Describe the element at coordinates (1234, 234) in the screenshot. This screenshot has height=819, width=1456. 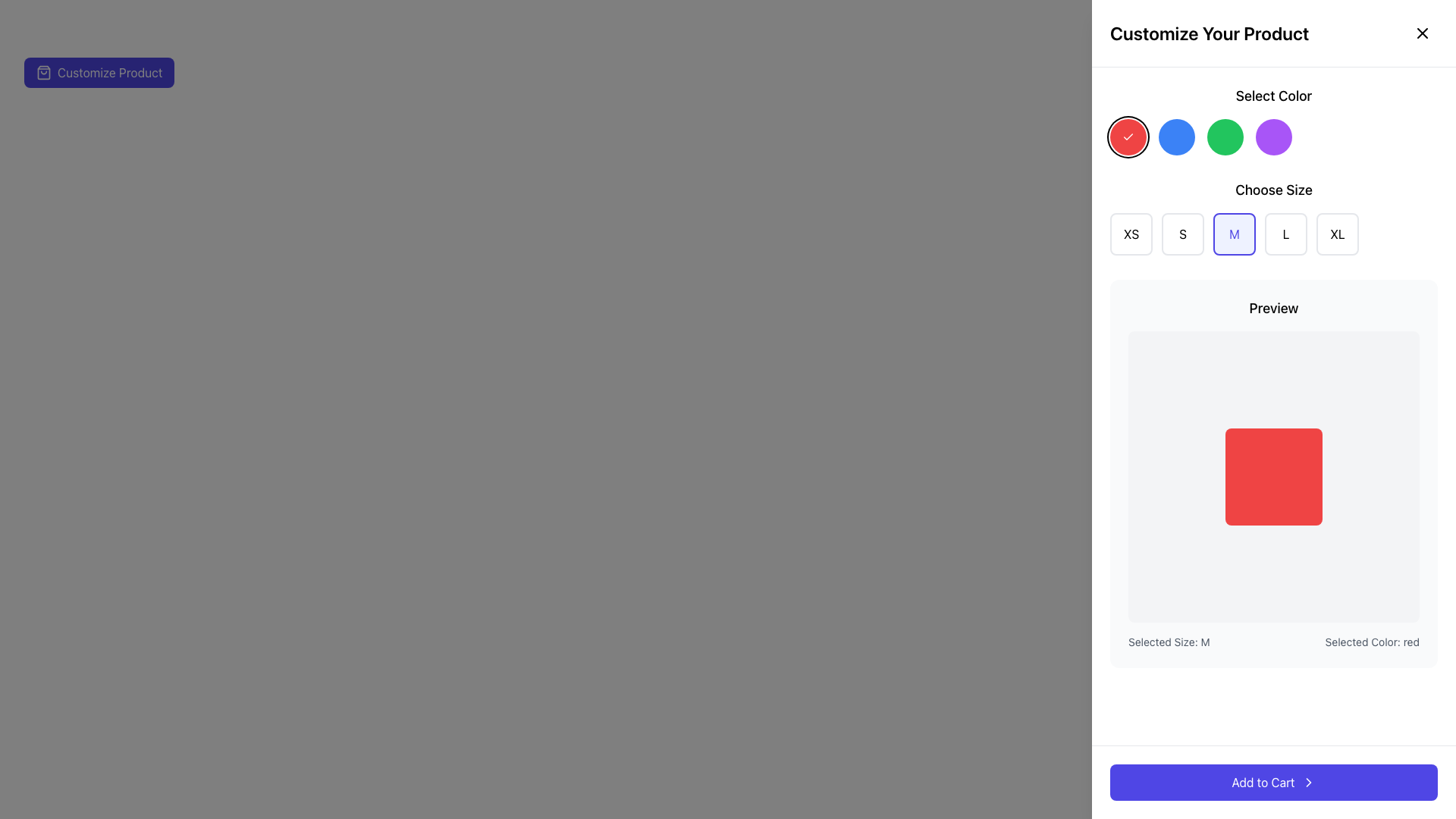
I see `the button labeled 'M' with a light blue background and indigo text` at that location.